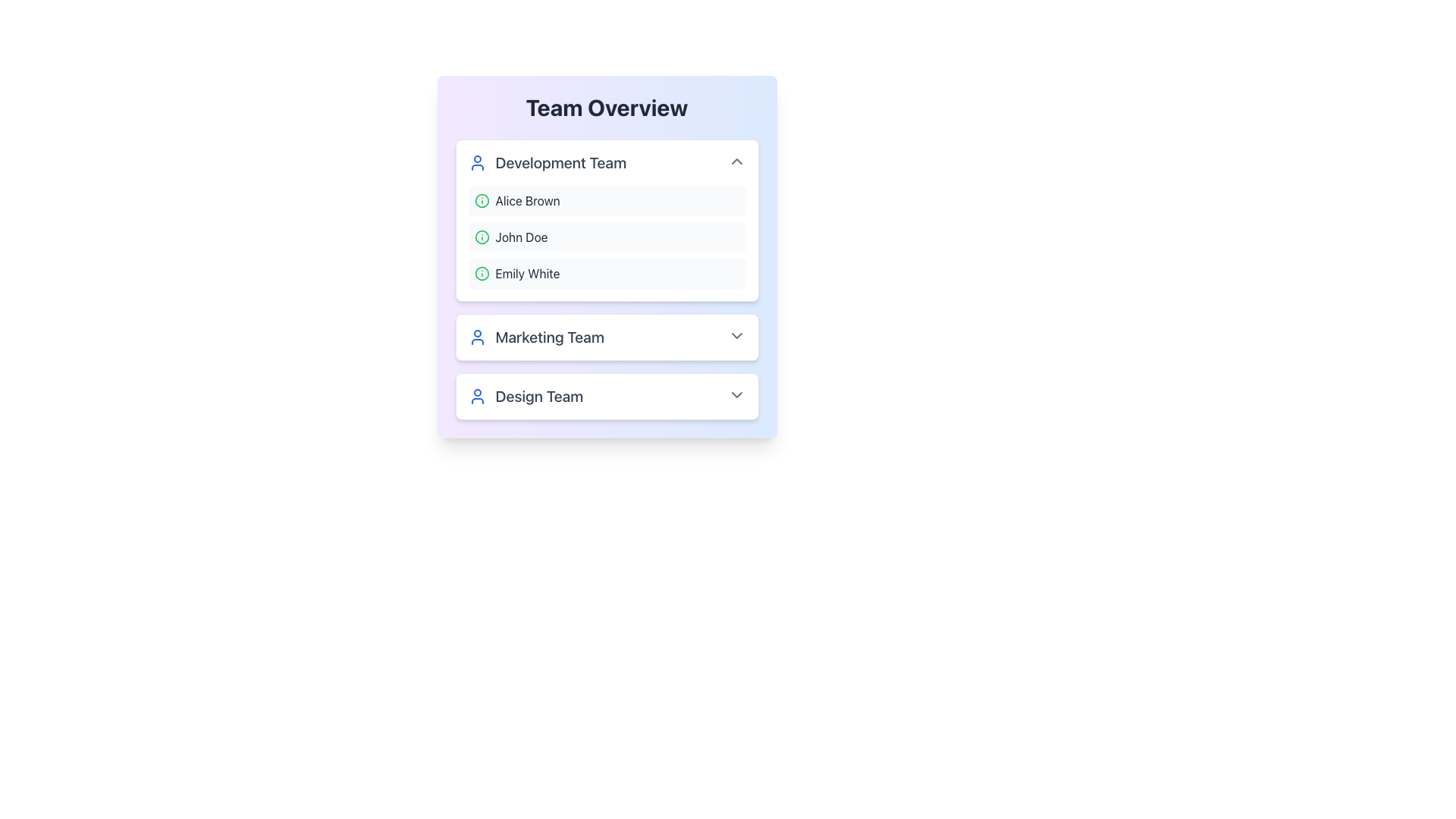 This screenshot has height=819, width=1456. What do you see at coordinates (607, 274) in the screenshot?
I see `the list item representing the user 'Emily White' in the 'Development Team' section` at bounding box center [607, 274].